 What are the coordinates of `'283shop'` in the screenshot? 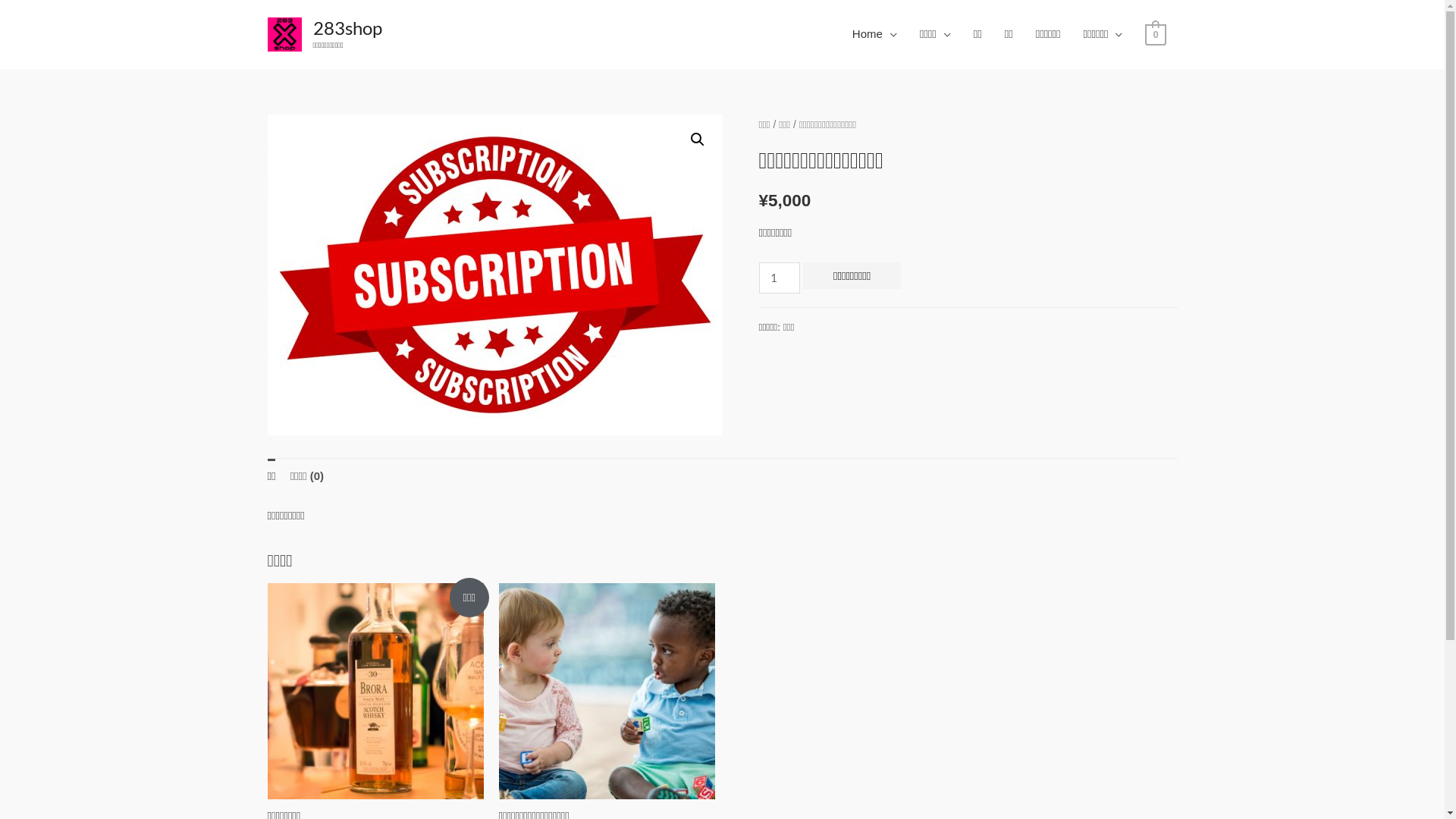 It's located at (346, 27).